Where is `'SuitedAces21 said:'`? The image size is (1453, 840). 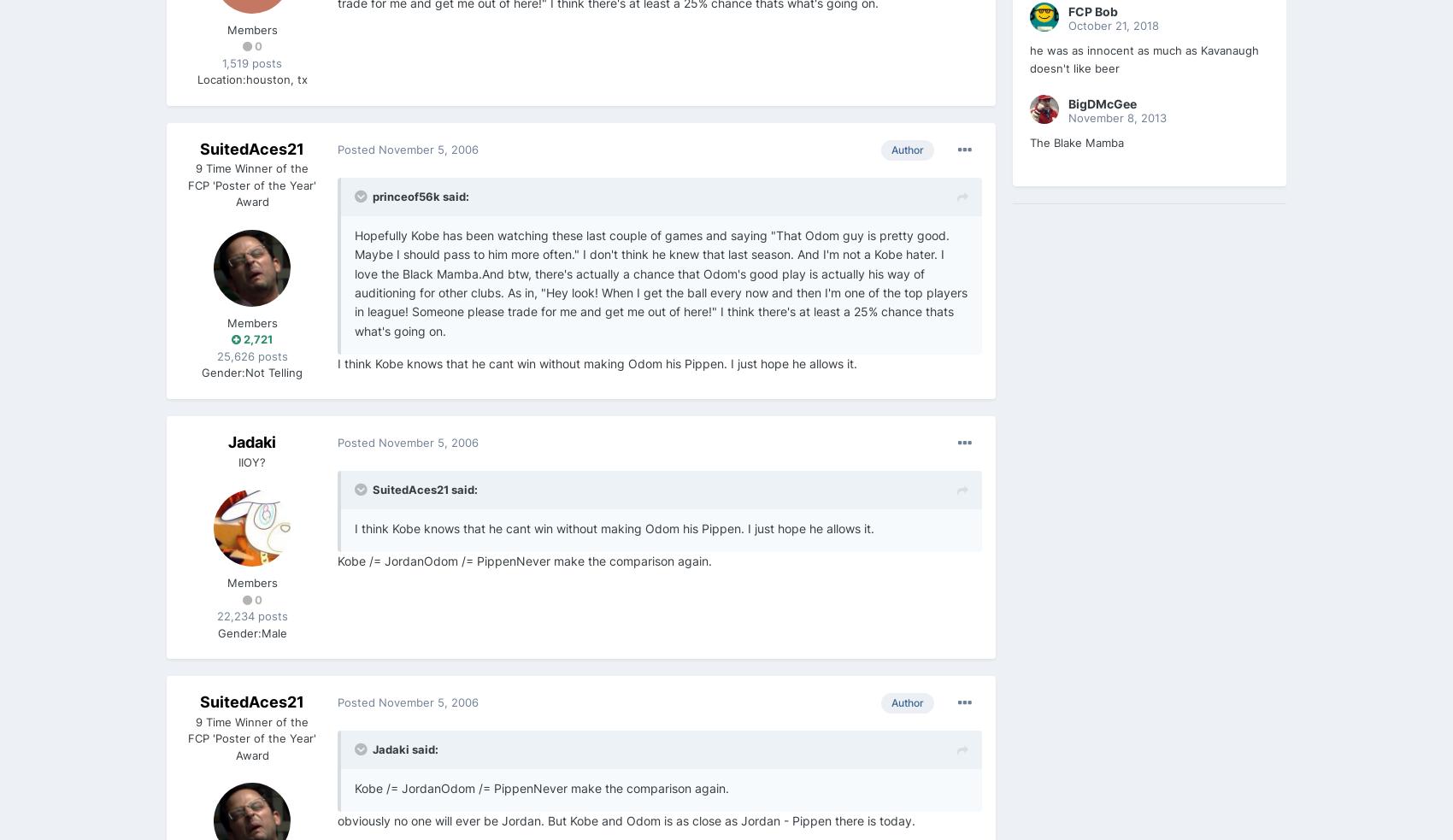
'SuitedAces21 said:' is located at coordinates (425, 489).